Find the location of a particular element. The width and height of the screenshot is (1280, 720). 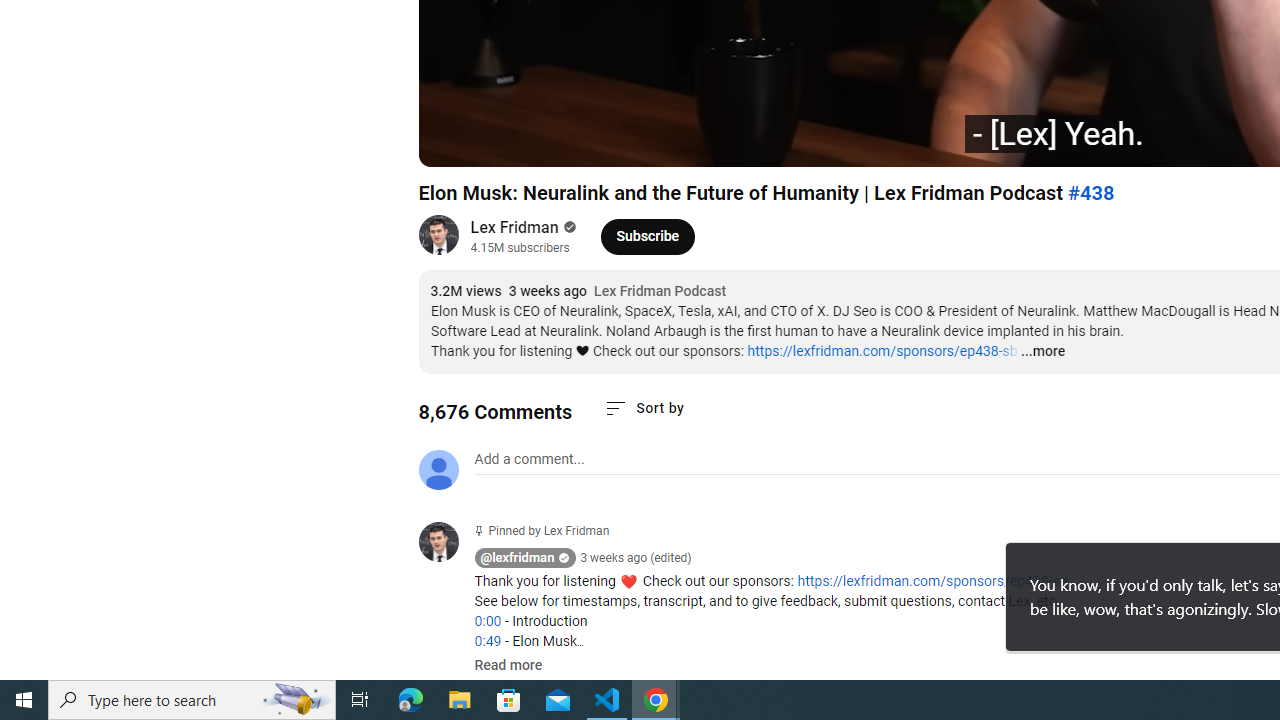

'3 weeks ago (edited)' is located at coordinates (635, 558).